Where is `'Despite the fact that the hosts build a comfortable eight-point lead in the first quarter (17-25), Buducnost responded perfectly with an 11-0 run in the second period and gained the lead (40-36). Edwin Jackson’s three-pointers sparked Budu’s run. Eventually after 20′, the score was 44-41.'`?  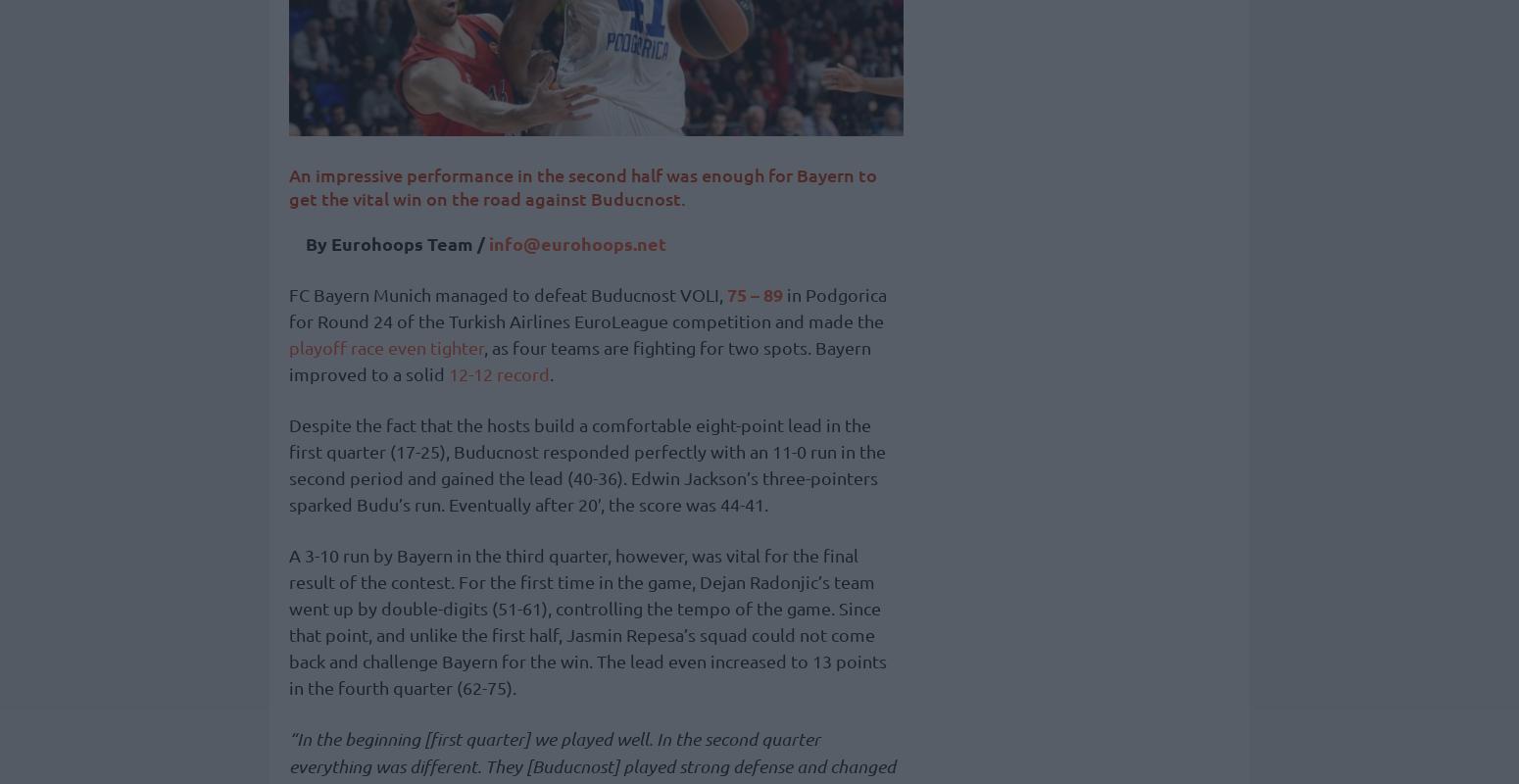
'Despite the fact that the hosts build a comfortable eight-point lead in the first quarter (17-25), Buducnost responded perfectly with an 11-0 run in the second period and gained the lead (40-36). Edwin Jackson’s three-pointers sparked Budu’s run. Eventually after 20′, the score was 44-41.' is located at coordinates (587, 465).